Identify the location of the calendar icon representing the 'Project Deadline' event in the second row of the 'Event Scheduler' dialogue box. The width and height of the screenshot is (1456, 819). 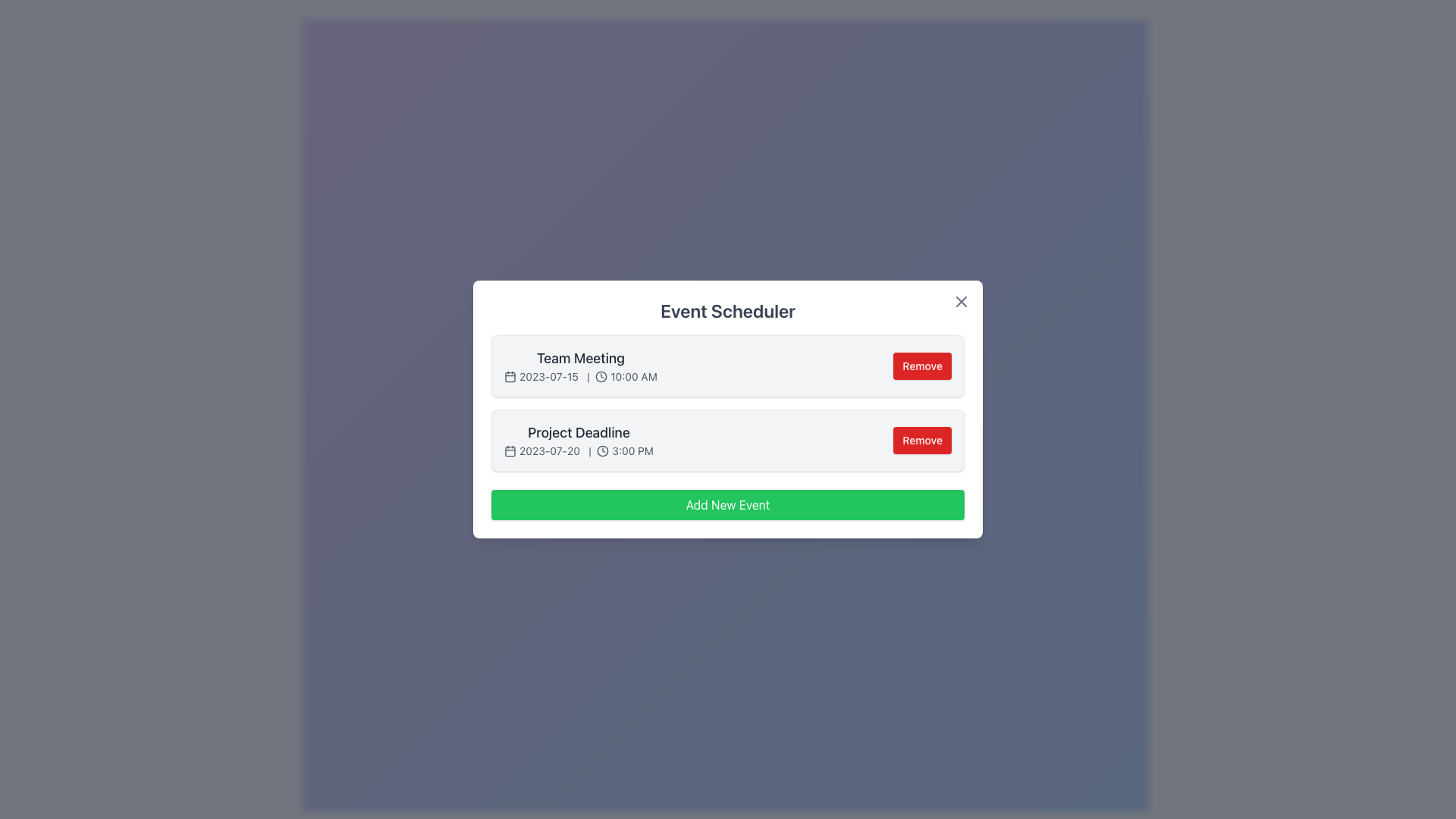
(510, 450).